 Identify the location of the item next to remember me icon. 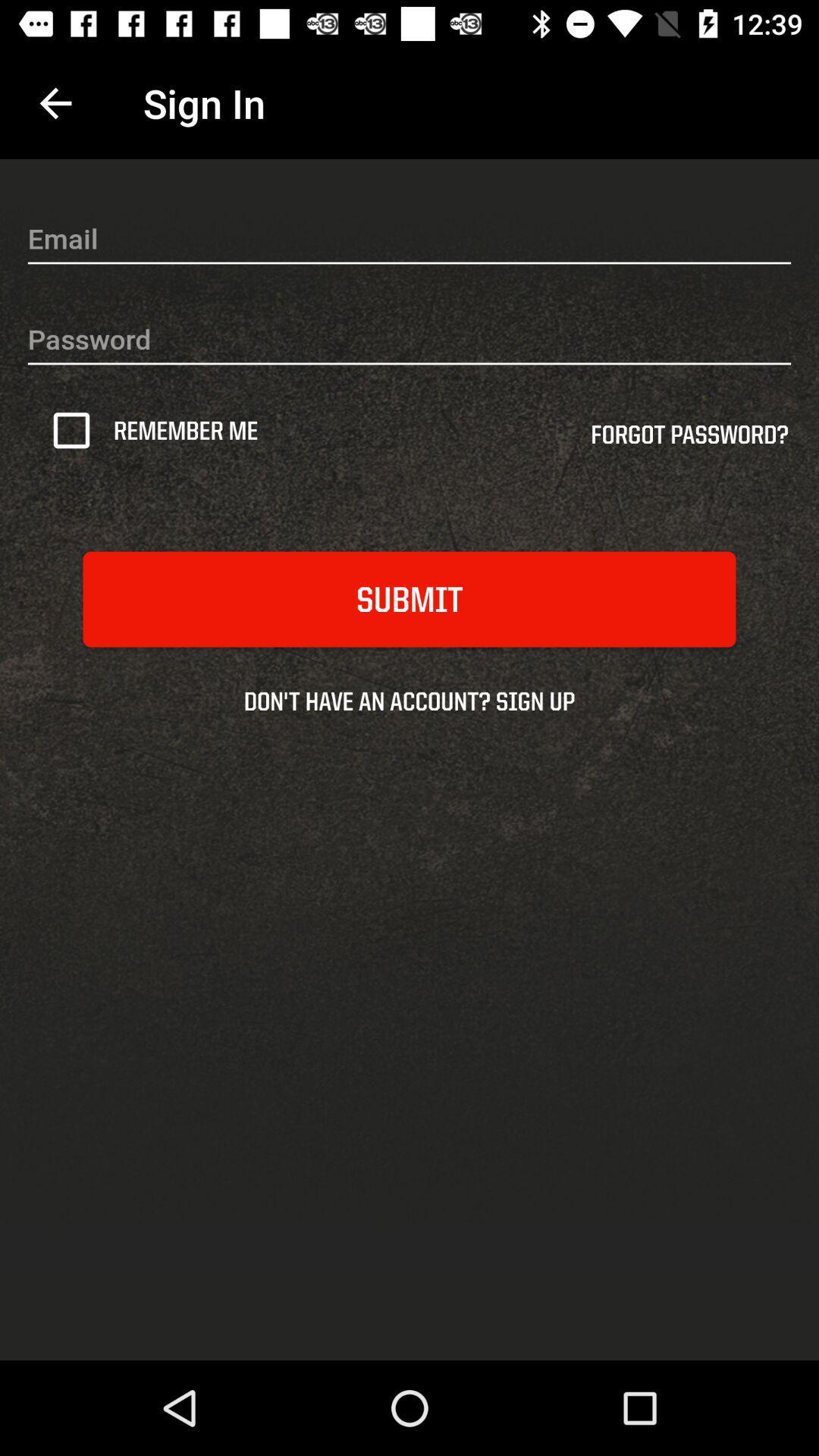
(689, 439).